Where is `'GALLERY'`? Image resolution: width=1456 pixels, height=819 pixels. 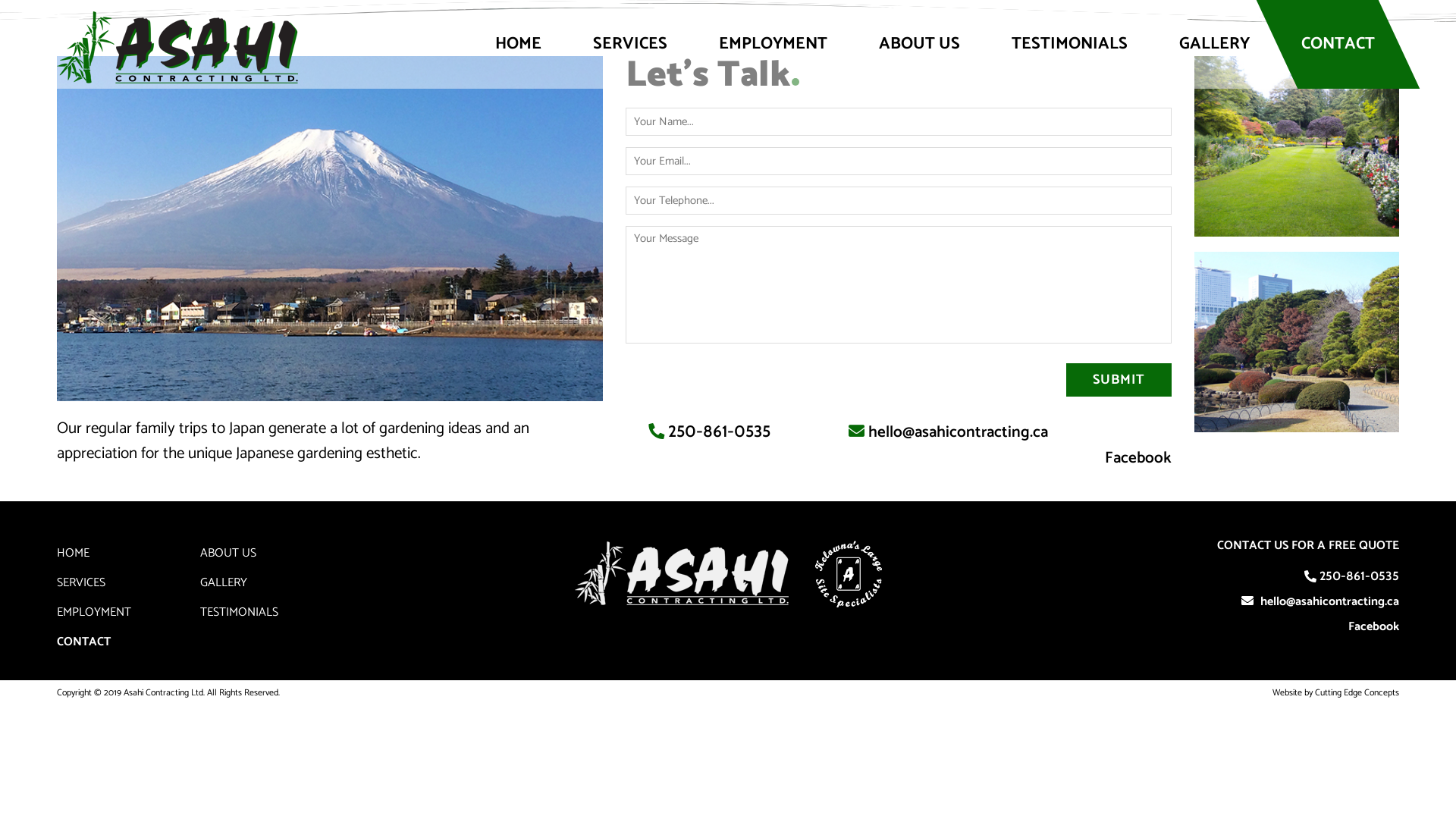 'GALLERY' is located at coordinates (222, 582).